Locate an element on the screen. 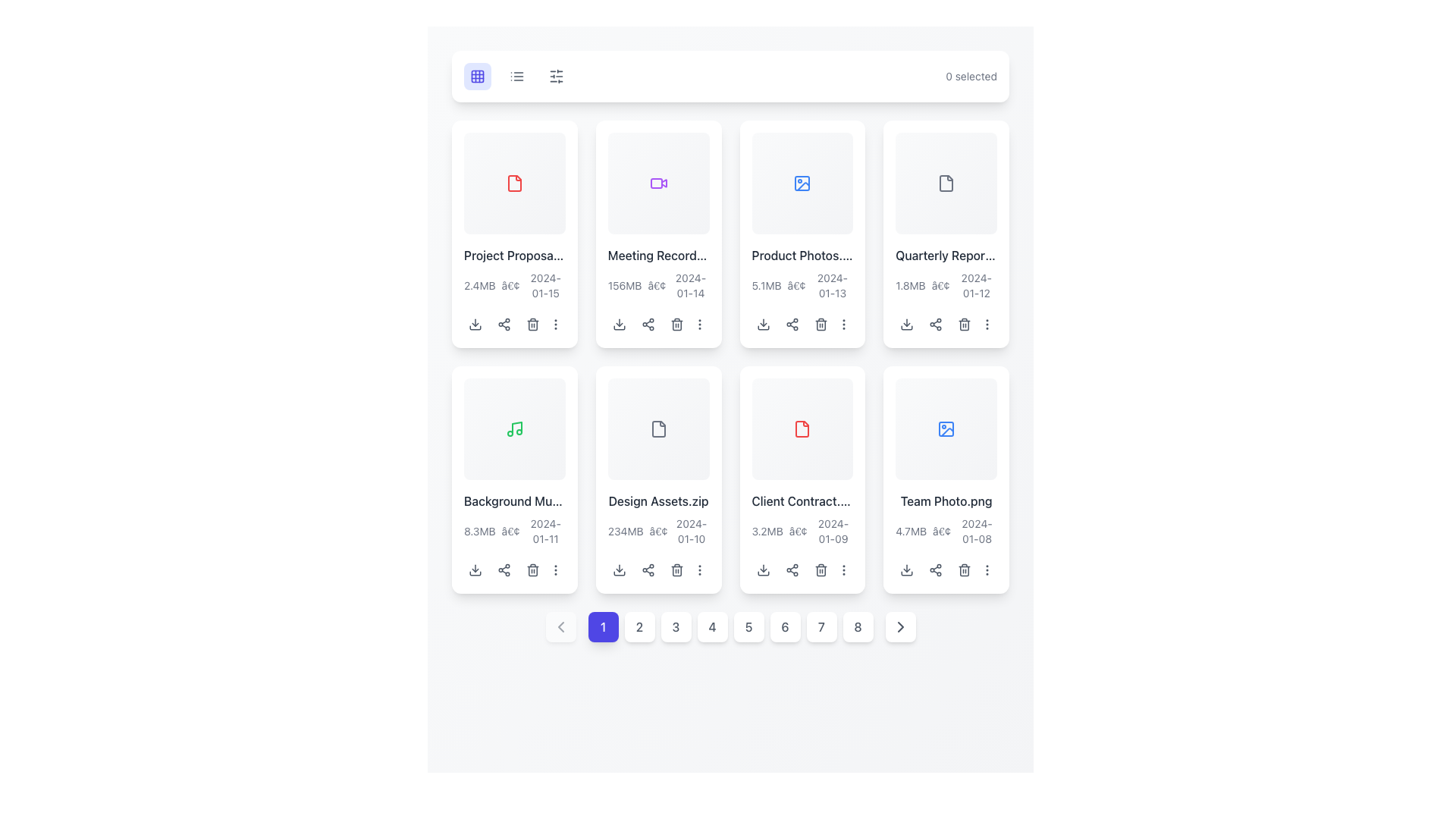  the delete button icon located in the bottom-right corner of the 'Client Contract' file card is located at coordinates (820, 570).